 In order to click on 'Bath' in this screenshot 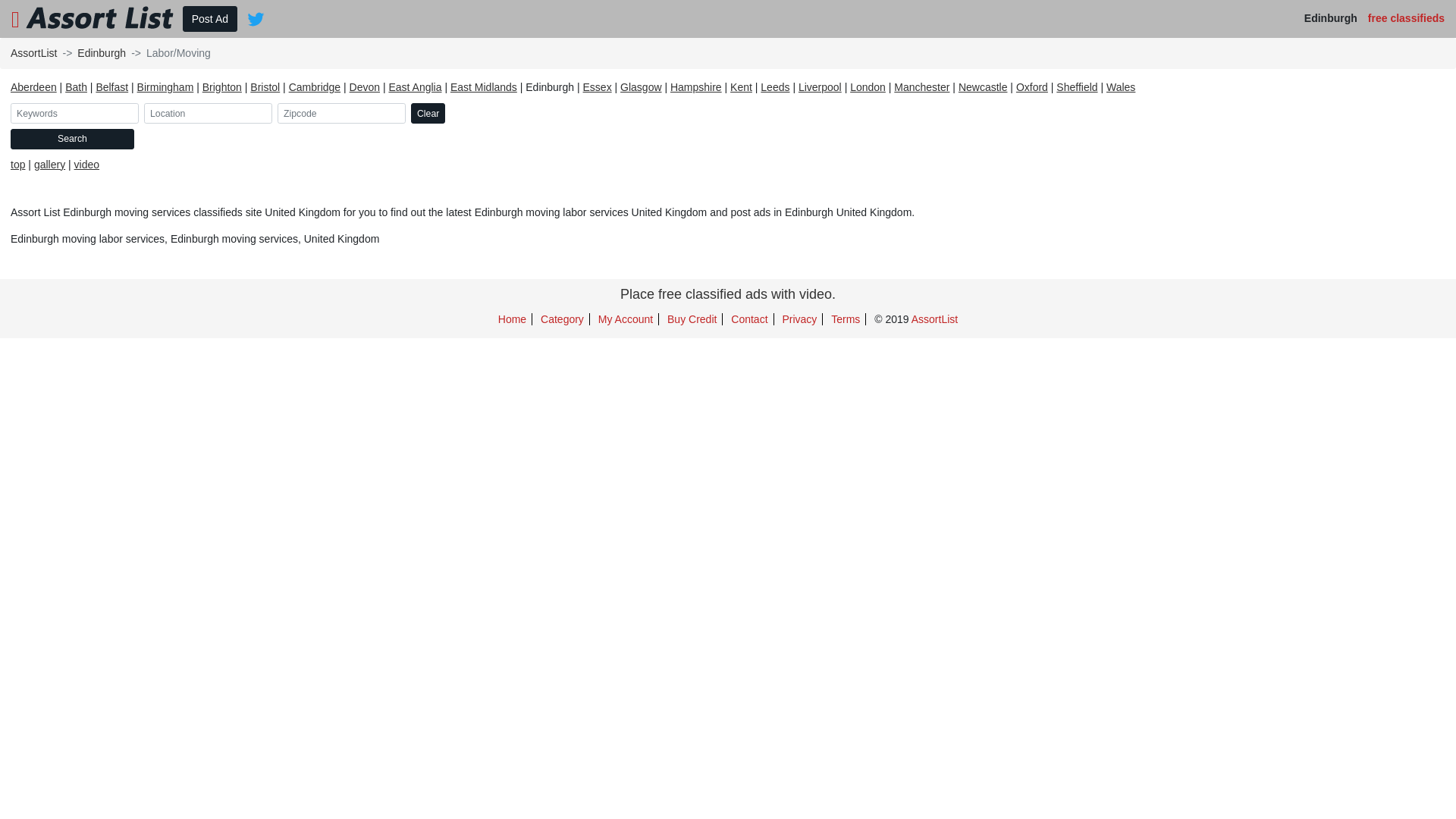, I will do `click(75, 87)`.